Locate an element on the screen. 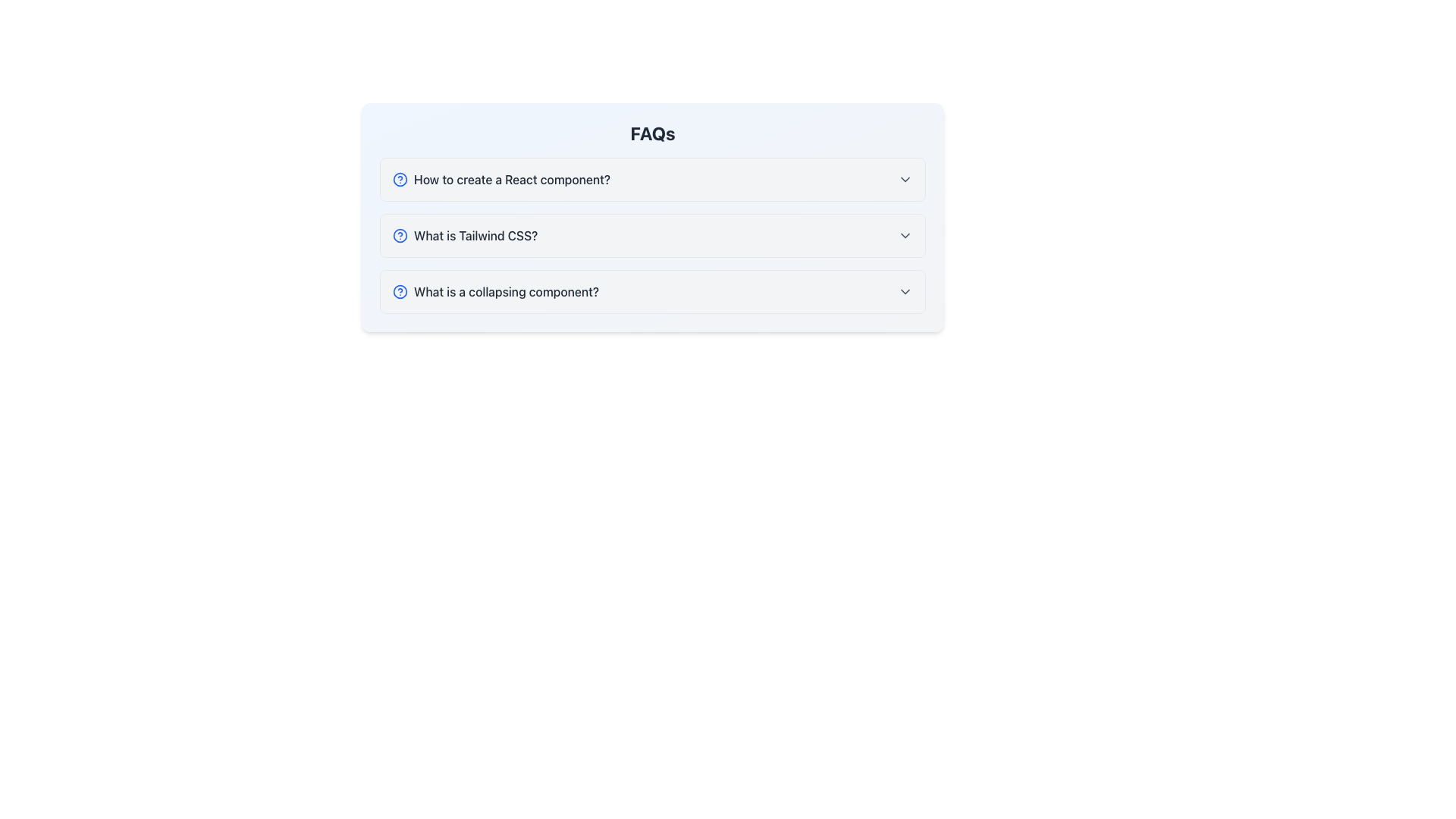 This screenshot has height=819, width=1456. the circular question mark icon with a blue outline located to the left of the text 'How to create a React component?' in the FAQ section is located at coordinates (400, 178).